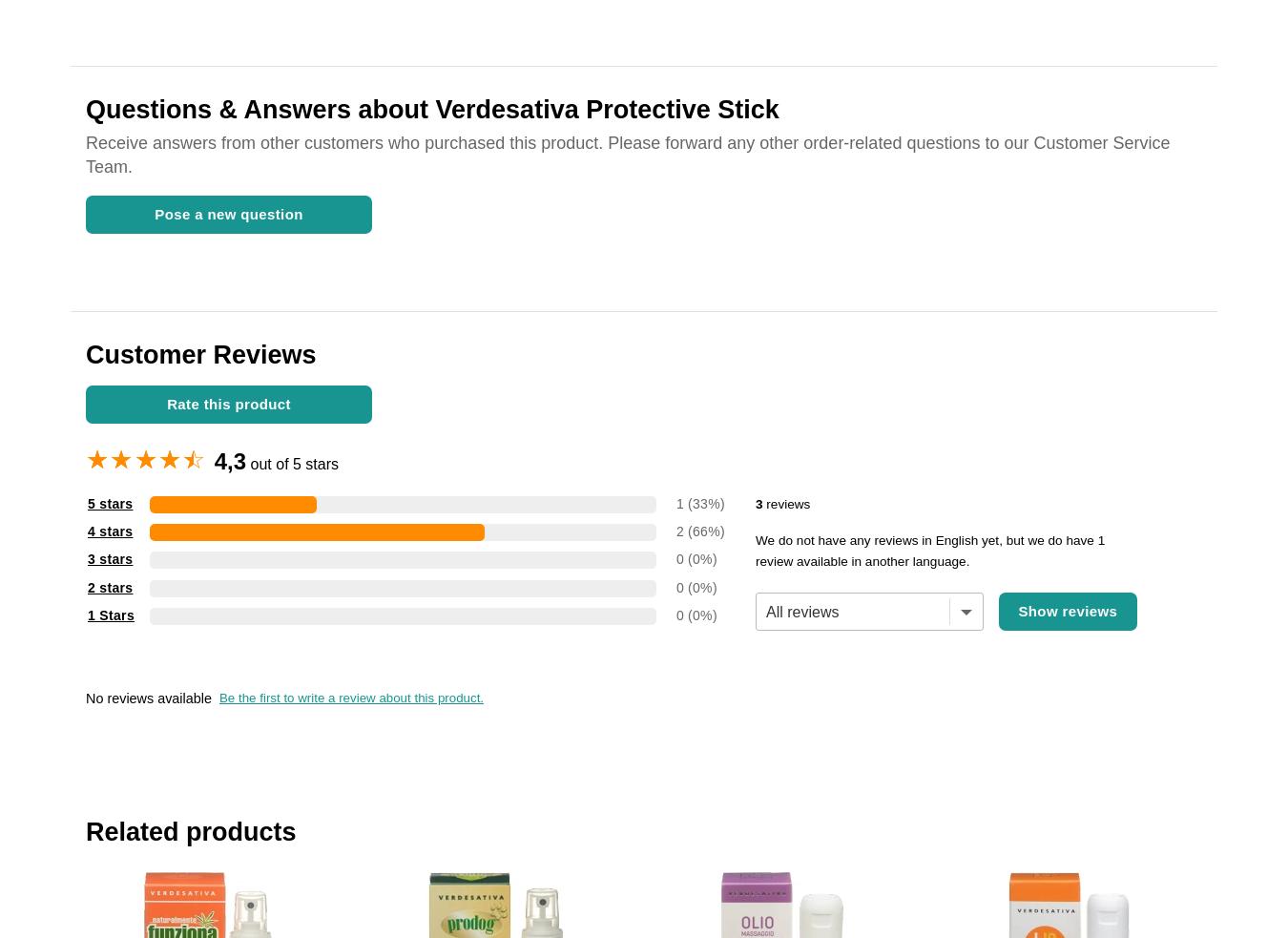 The height and width of the screenshot is (938, 1288). Describe the element at coordinates (674, 531) in the screenshot. I see `'2'` at that location.